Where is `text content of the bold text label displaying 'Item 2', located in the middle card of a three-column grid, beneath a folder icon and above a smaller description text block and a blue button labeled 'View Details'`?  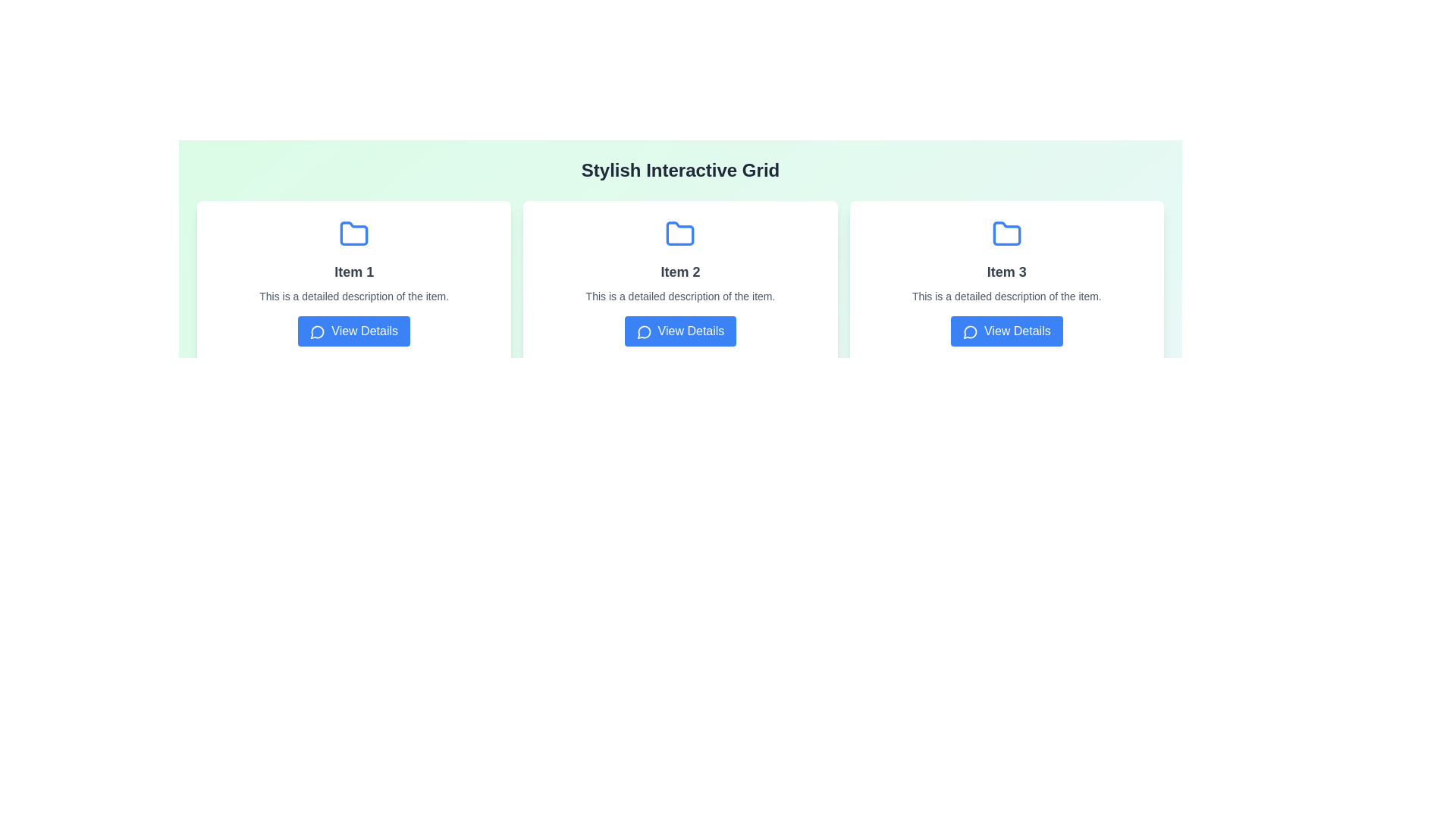 text content of the bold text label displaying 'Item 2', located in the middle card of a three-column grid, beneath a folder icon and above a smaller description text block and a blue button labeled 'View Details' is located at coordinates (679, 271).